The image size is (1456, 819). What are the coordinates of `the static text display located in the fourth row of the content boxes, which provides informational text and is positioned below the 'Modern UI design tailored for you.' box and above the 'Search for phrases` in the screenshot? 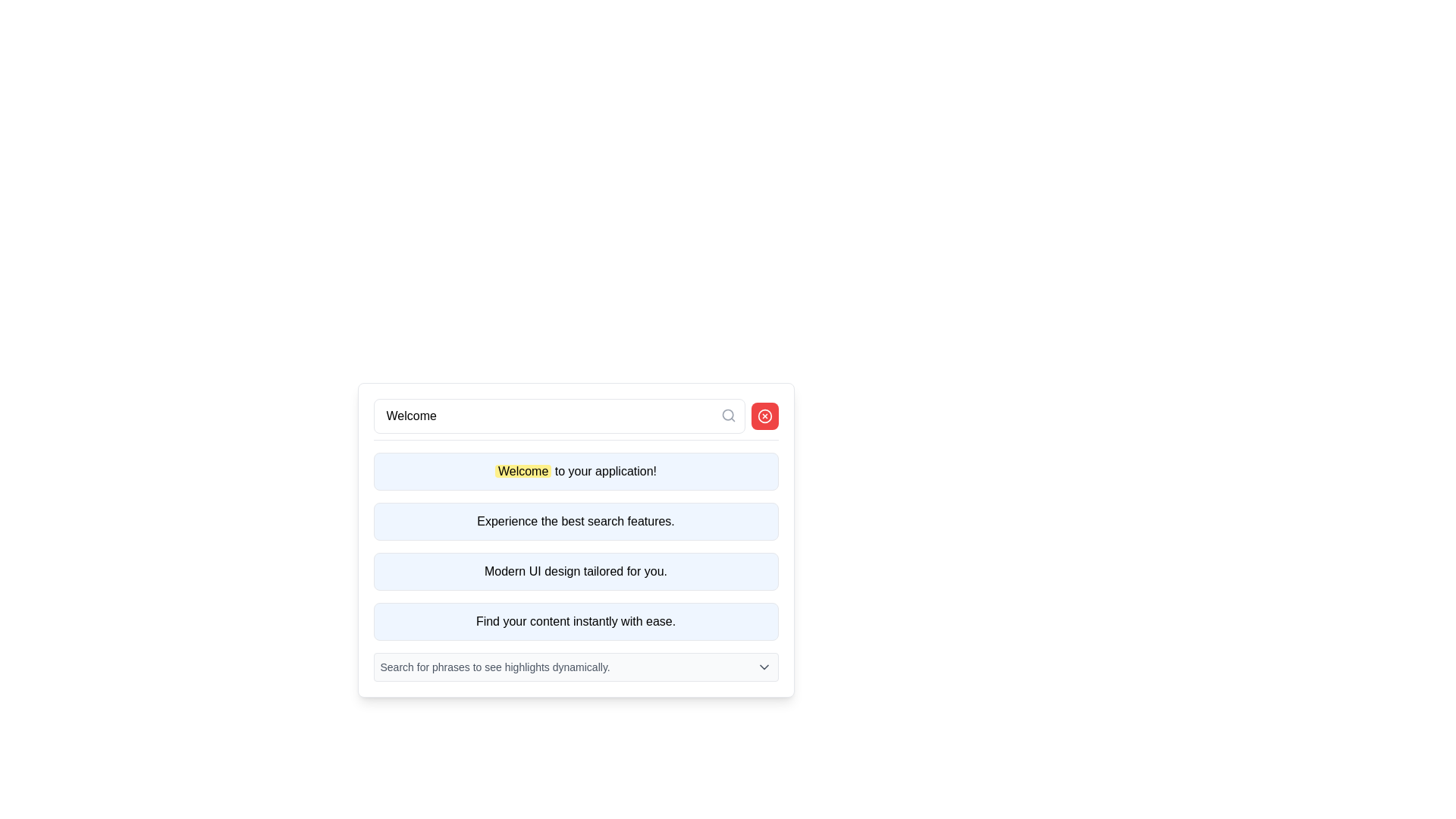 It's located at (575, 622).